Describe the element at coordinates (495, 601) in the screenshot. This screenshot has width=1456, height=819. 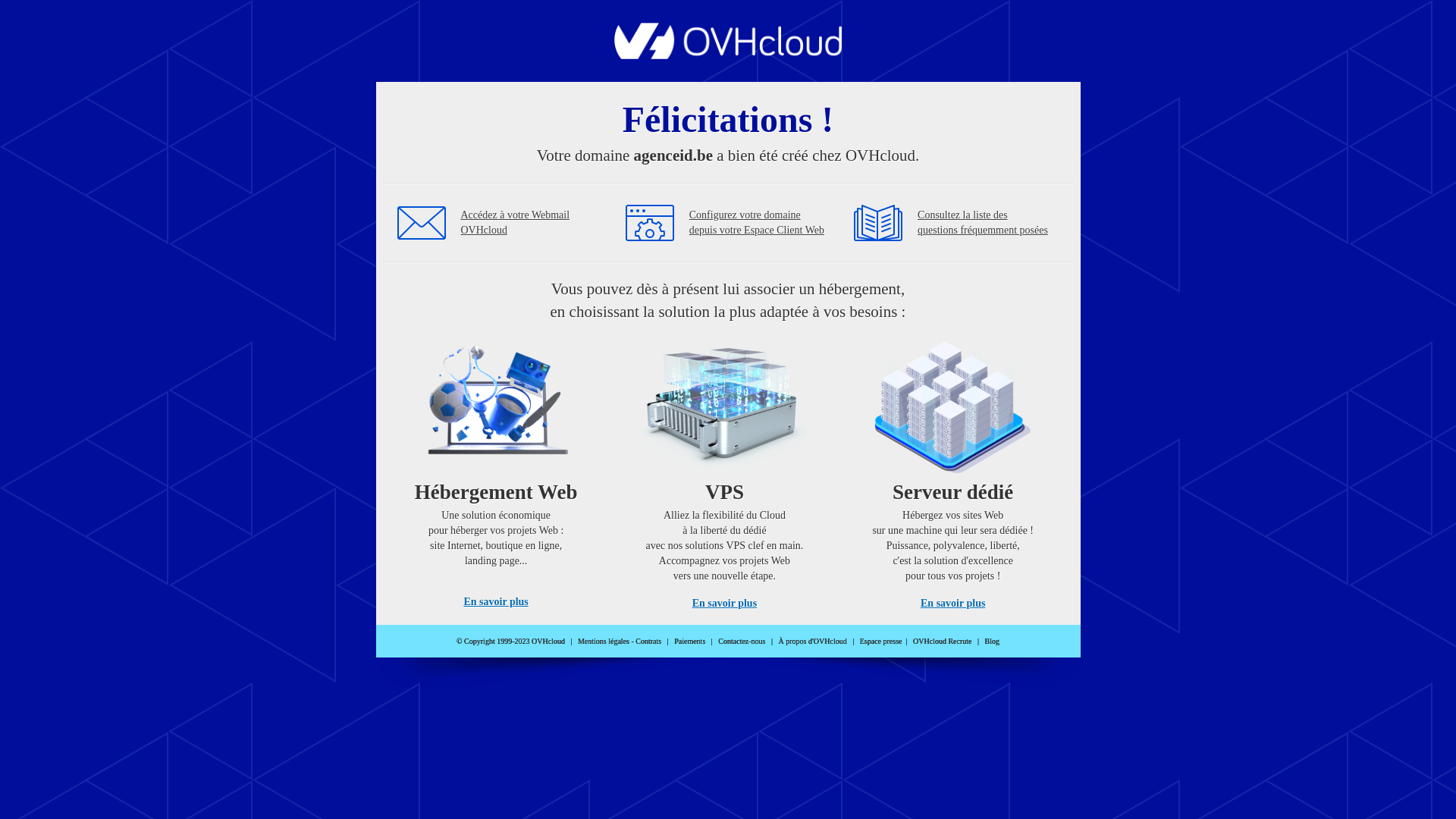
I see `'En savoir plus'` at that location.